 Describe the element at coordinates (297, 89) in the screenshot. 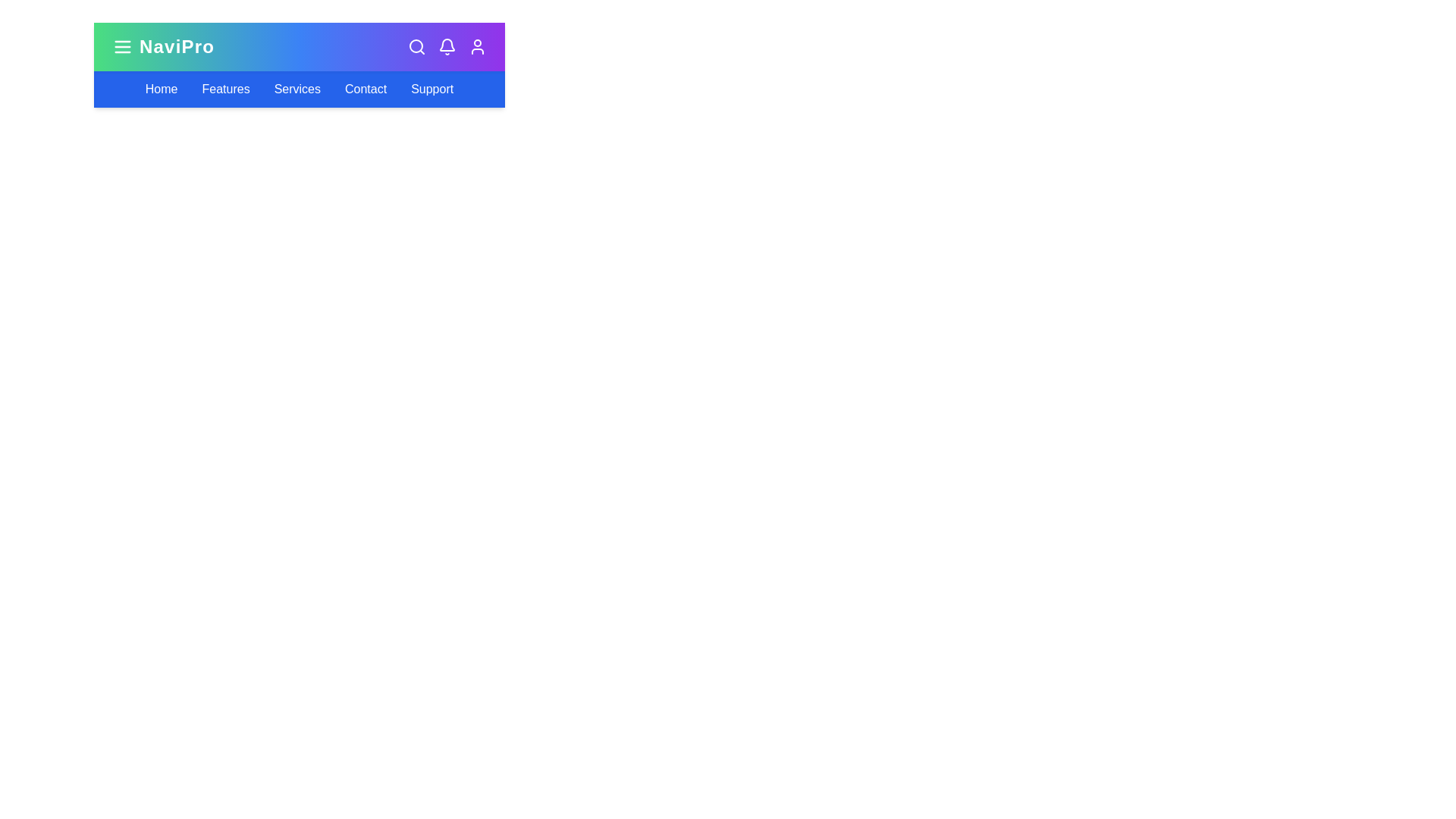

I see `the navigation link Services to observe its hover effect` at that location.